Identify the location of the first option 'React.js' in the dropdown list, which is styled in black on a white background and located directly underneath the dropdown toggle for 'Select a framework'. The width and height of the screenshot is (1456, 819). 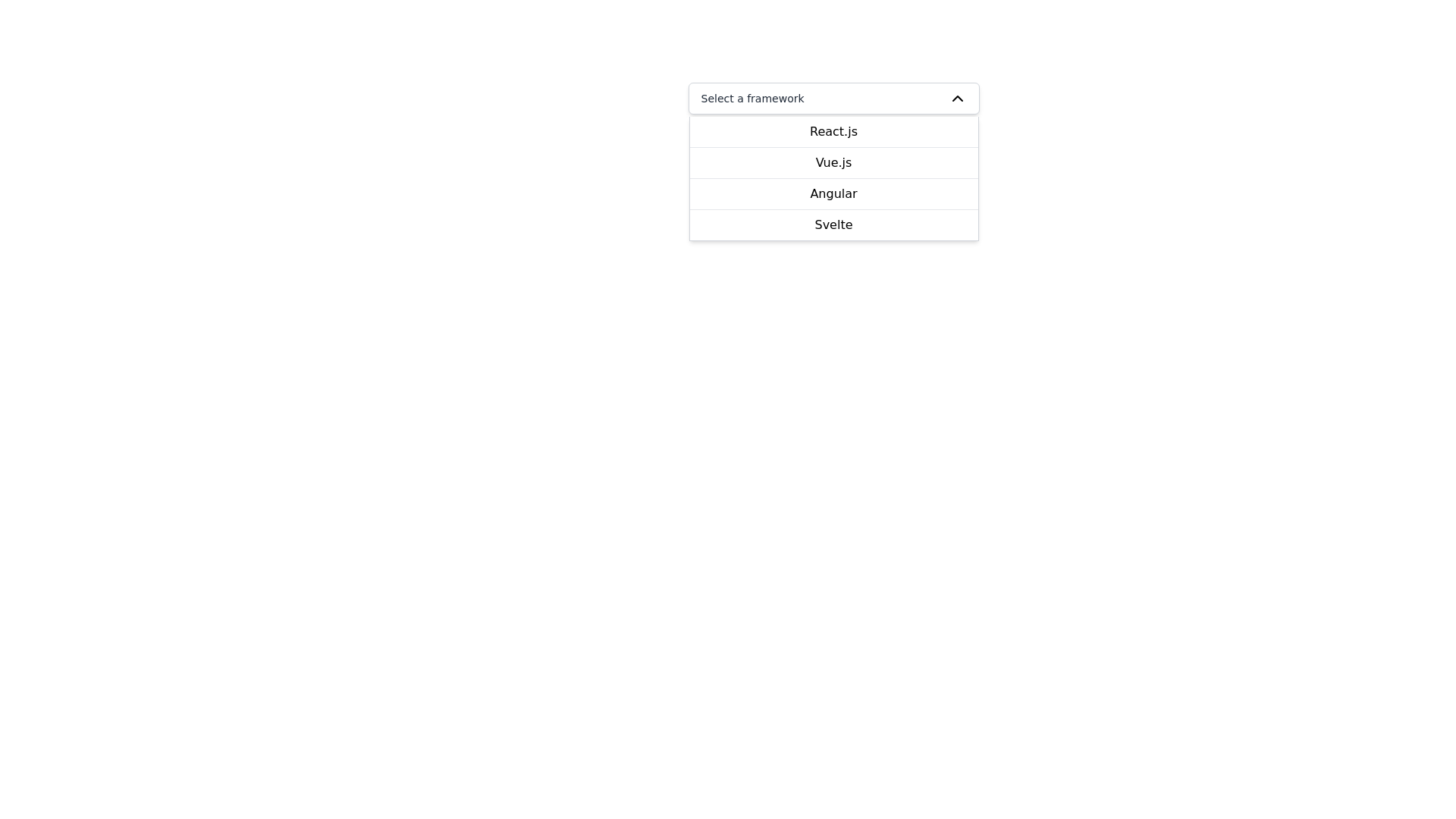
(833, 116).